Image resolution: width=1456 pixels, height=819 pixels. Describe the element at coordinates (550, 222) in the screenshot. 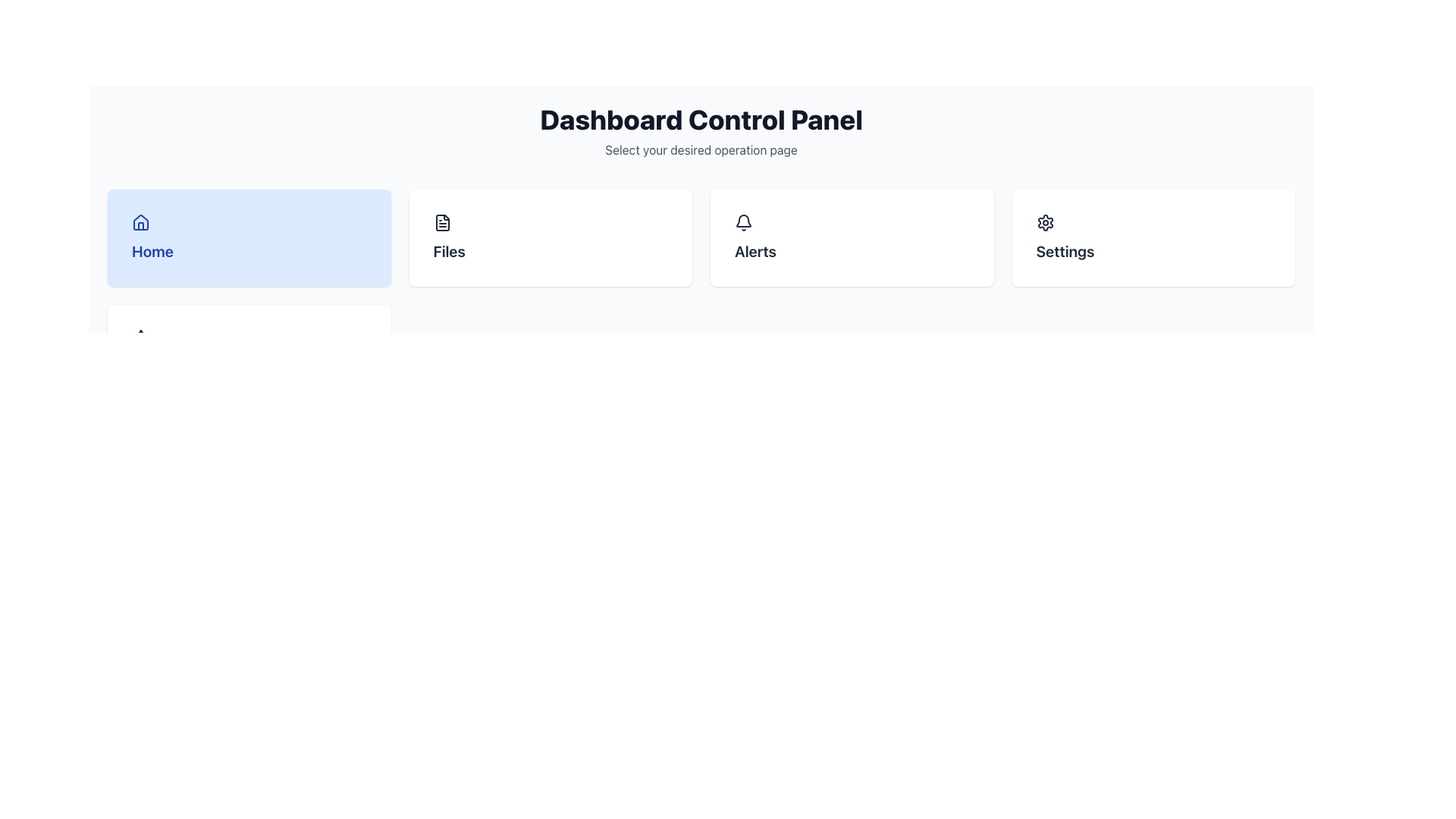

I see `the icon resembling a text document located in the 'Files' card on the Dashboard Control Panel` at that location.